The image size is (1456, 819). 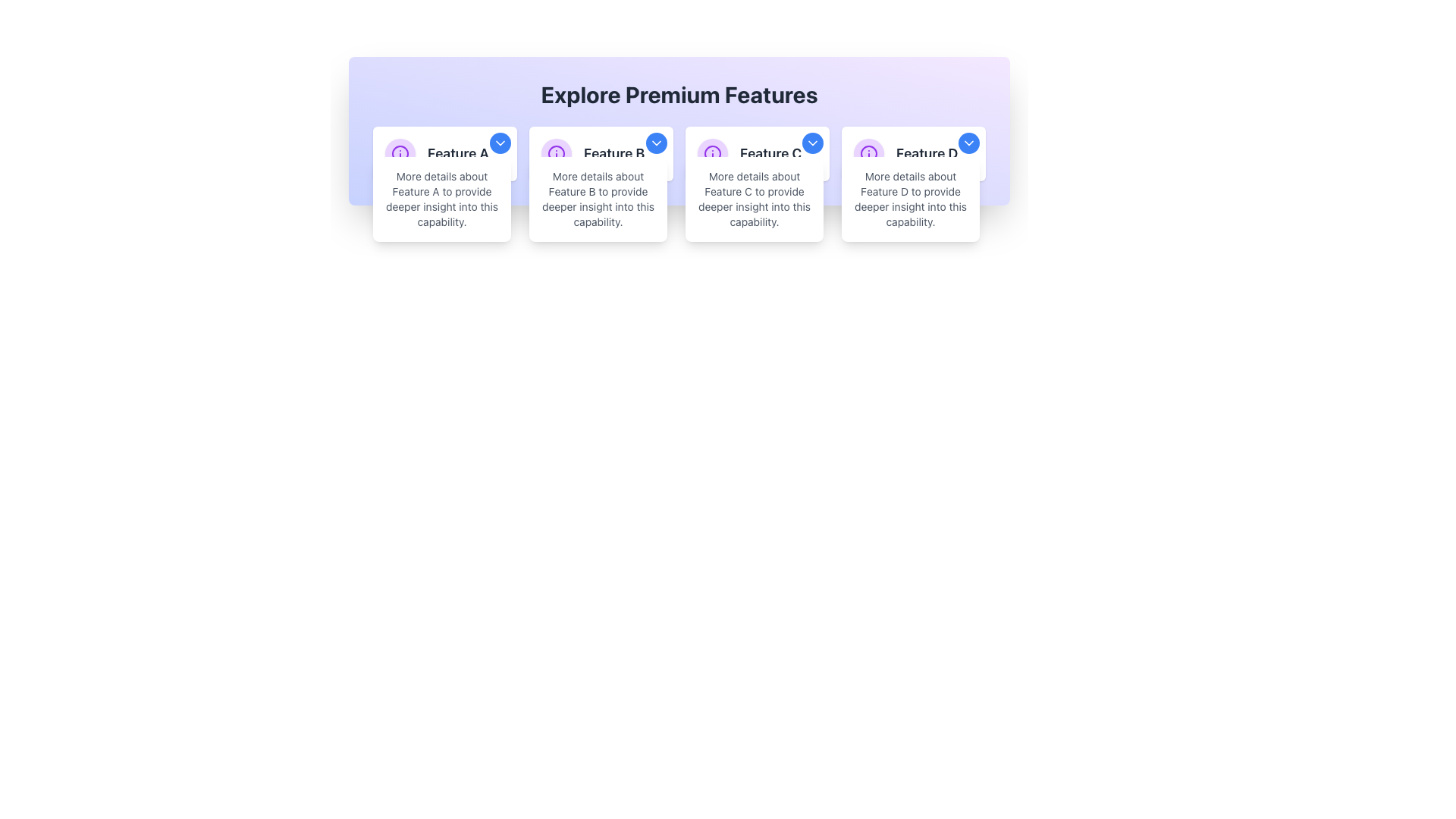 What do you see at coordinates (712, 154) in the screenshot?
I see `the outlined purple circle icon that contains a smaller symbol, which is the third icon in a horizontal series of four, positioned above the text 'Feature C'` at bounding box center [712, 154].